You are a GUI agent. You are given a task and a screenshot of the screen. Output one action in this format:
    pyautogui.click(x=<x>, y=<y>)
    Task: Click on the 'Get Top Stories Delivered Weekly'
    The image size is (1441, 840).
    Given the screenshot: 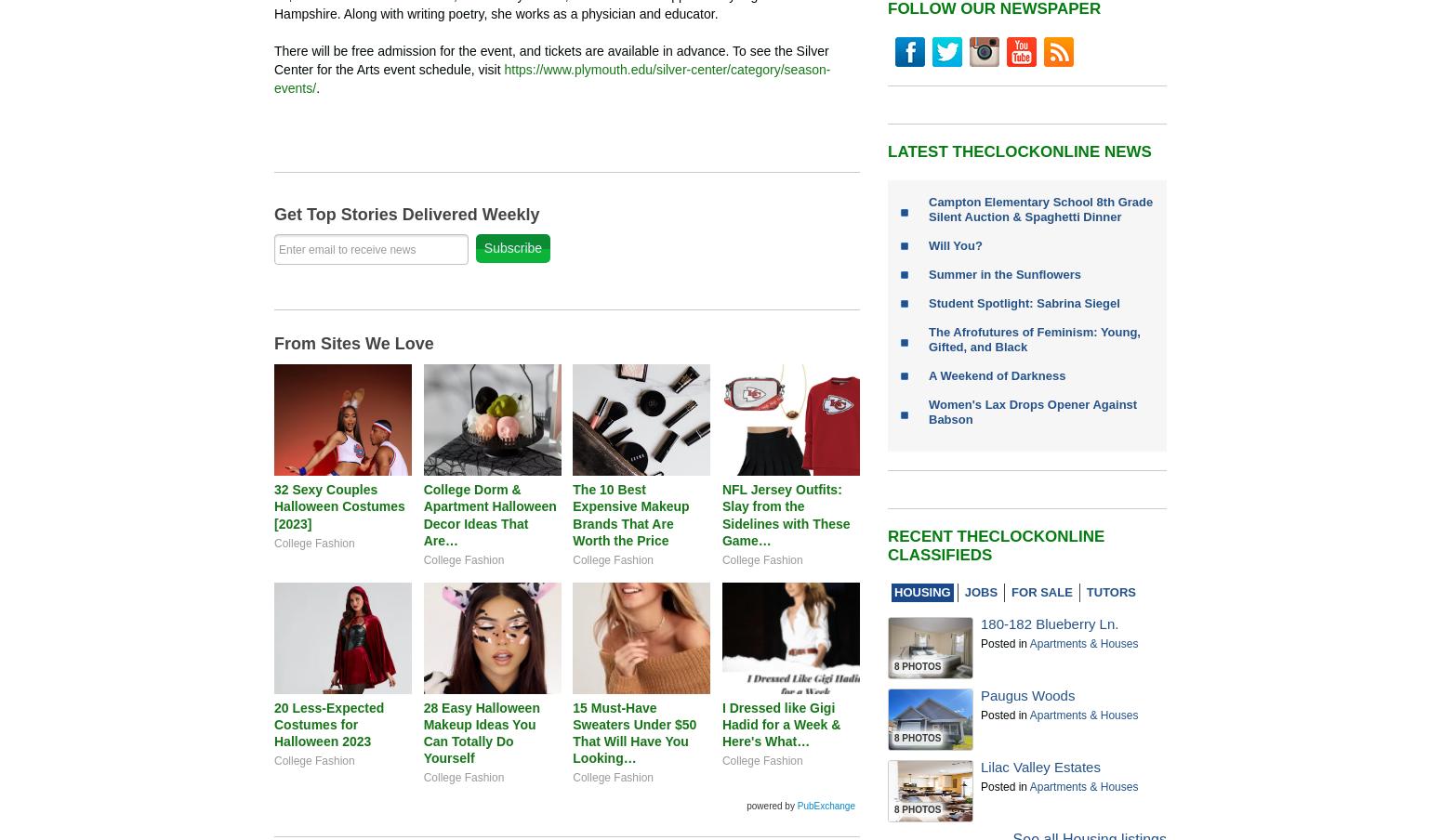 What is the action you would take?
    pyautogui.click(x=406, y=212)
    